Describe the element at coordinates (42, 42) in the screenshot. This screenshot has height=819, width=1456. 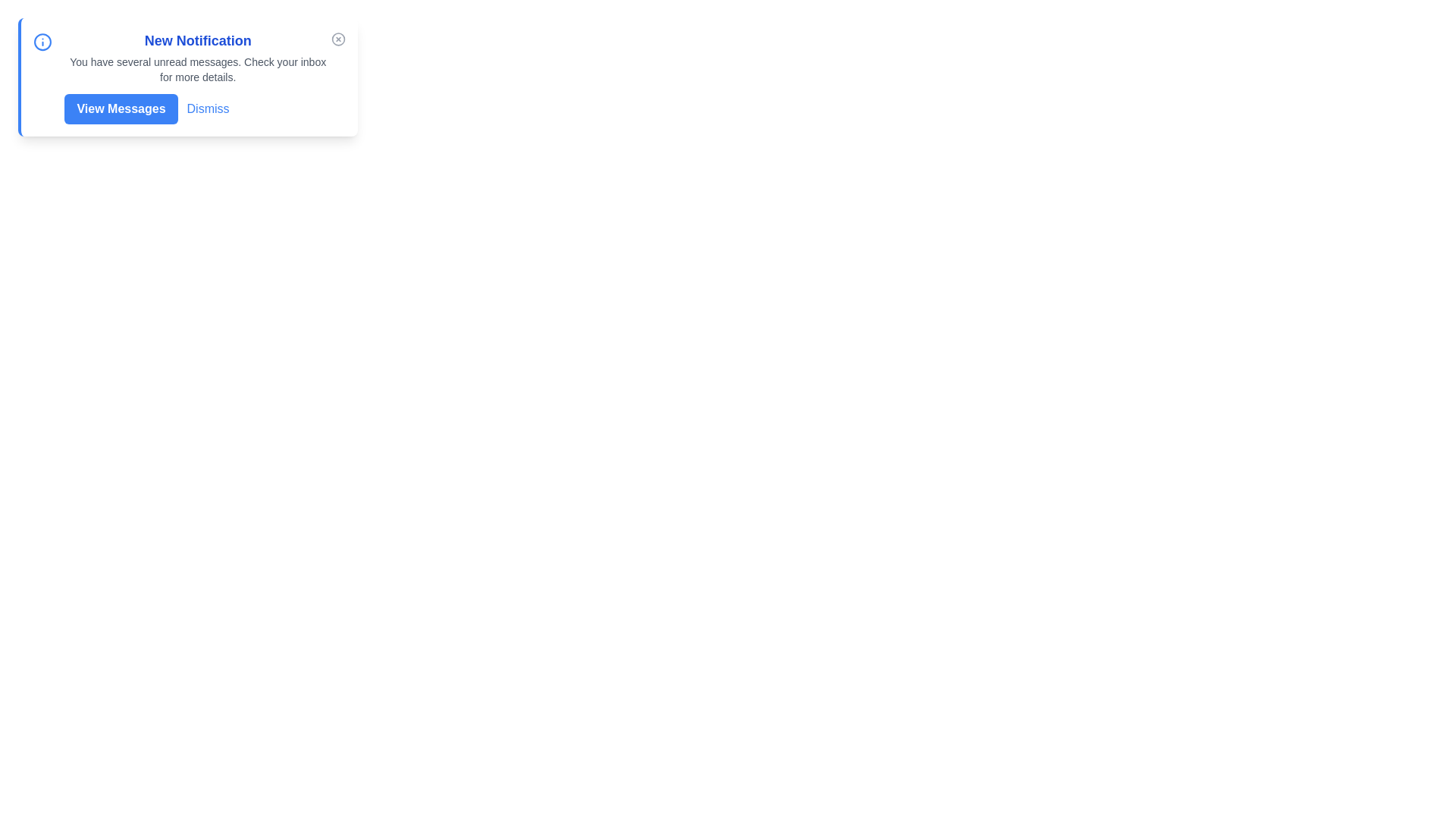
I see `the circular information icon with a blue outline that is located to the left of the 'New Notification' title text in the notification box to read its associated information` at that location.